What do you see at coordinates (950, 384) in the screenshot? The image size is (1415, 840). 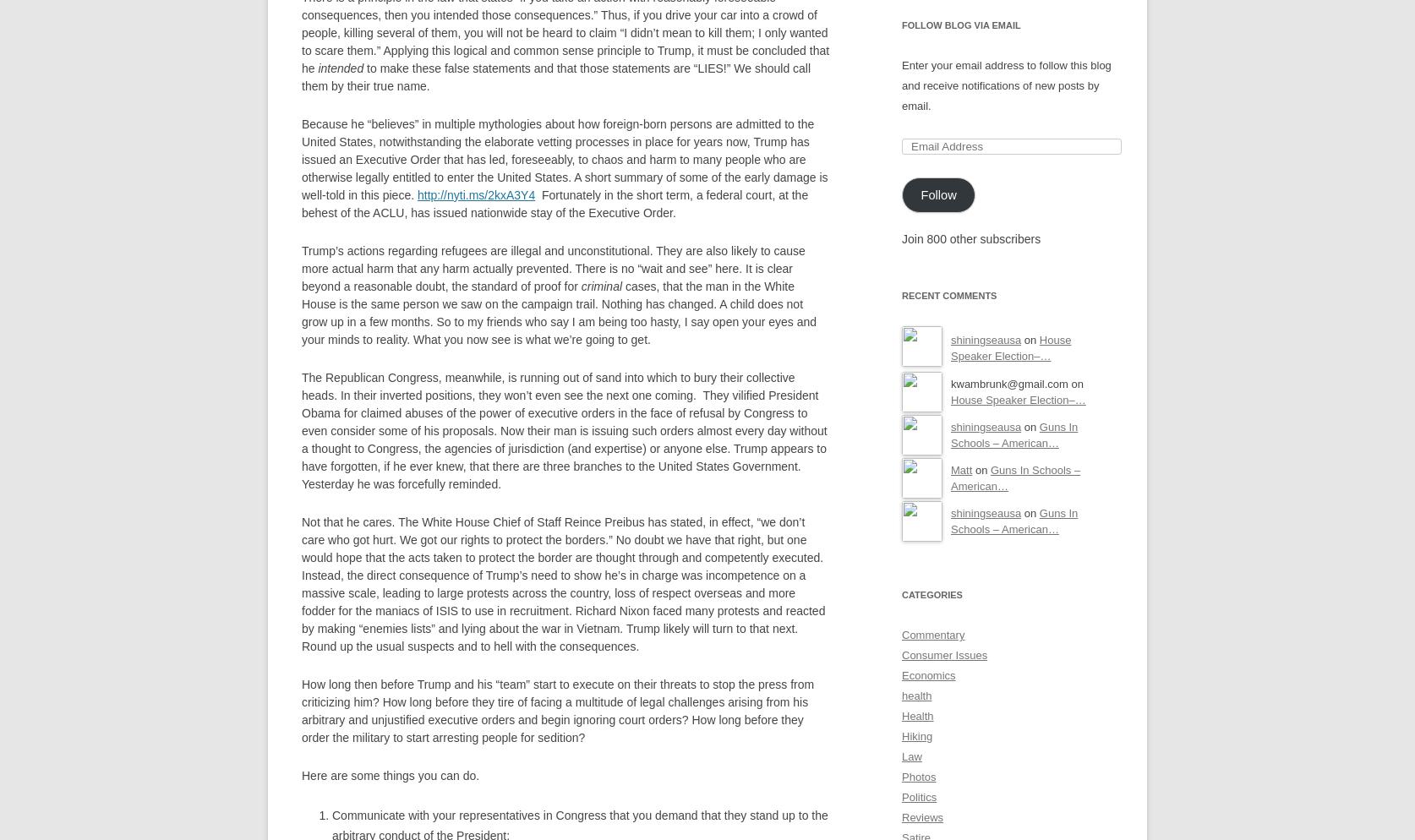 I see `'kwambrunk@gmail.com on'` at bounding box center [950, 384].